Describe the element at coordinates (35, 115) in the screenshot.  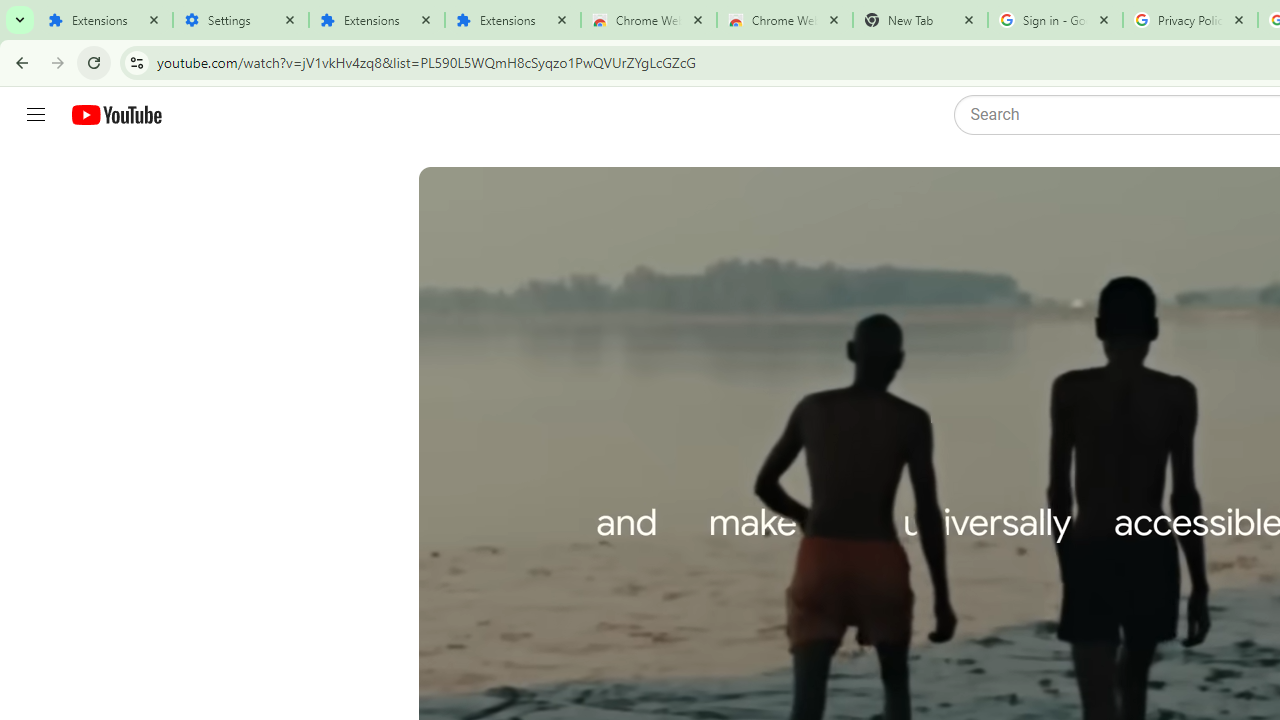
I see `'Guide'` at that location.